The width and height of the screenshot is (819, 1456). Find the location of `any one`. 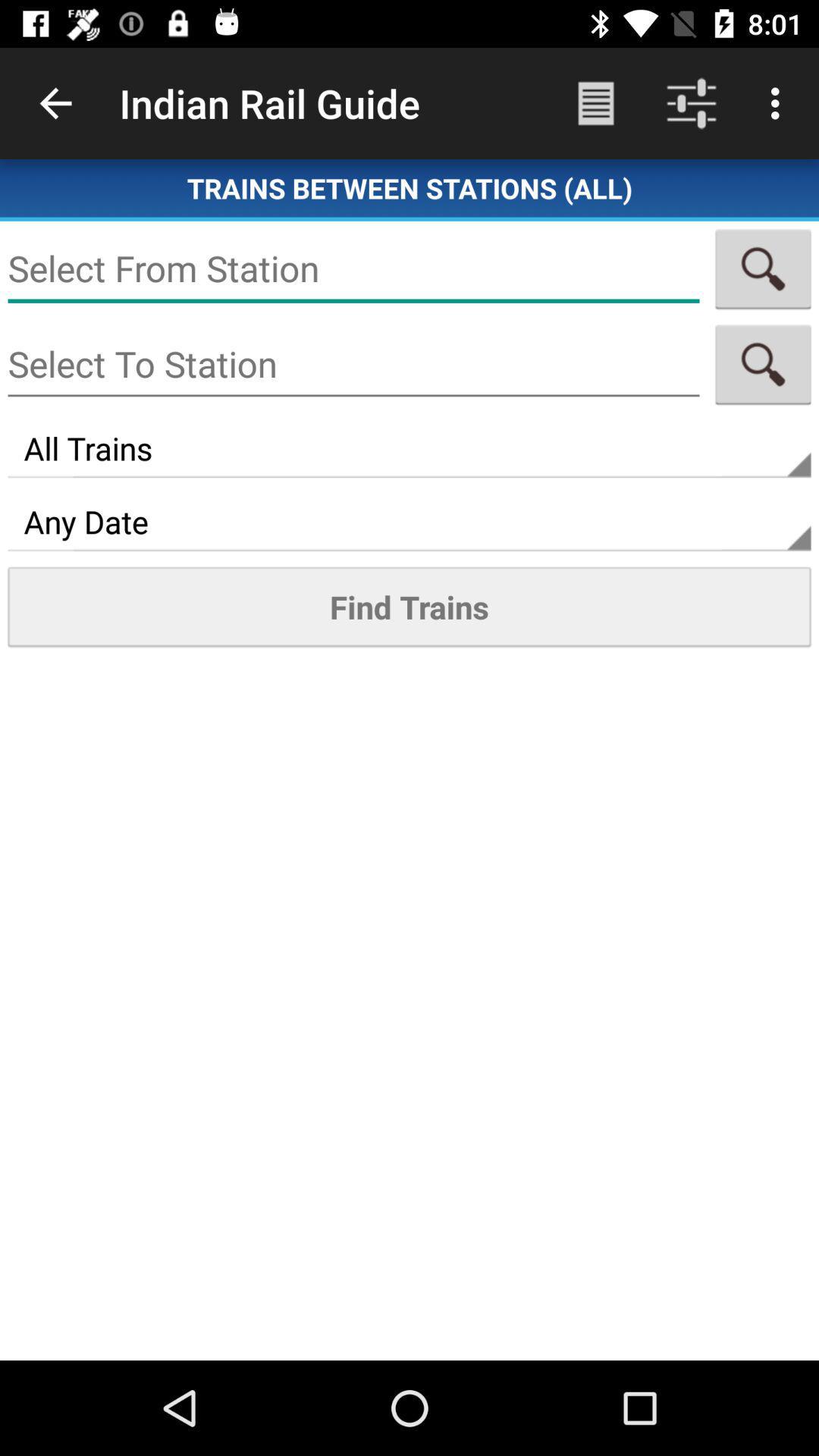

any one is located at coordinates (763, 364).